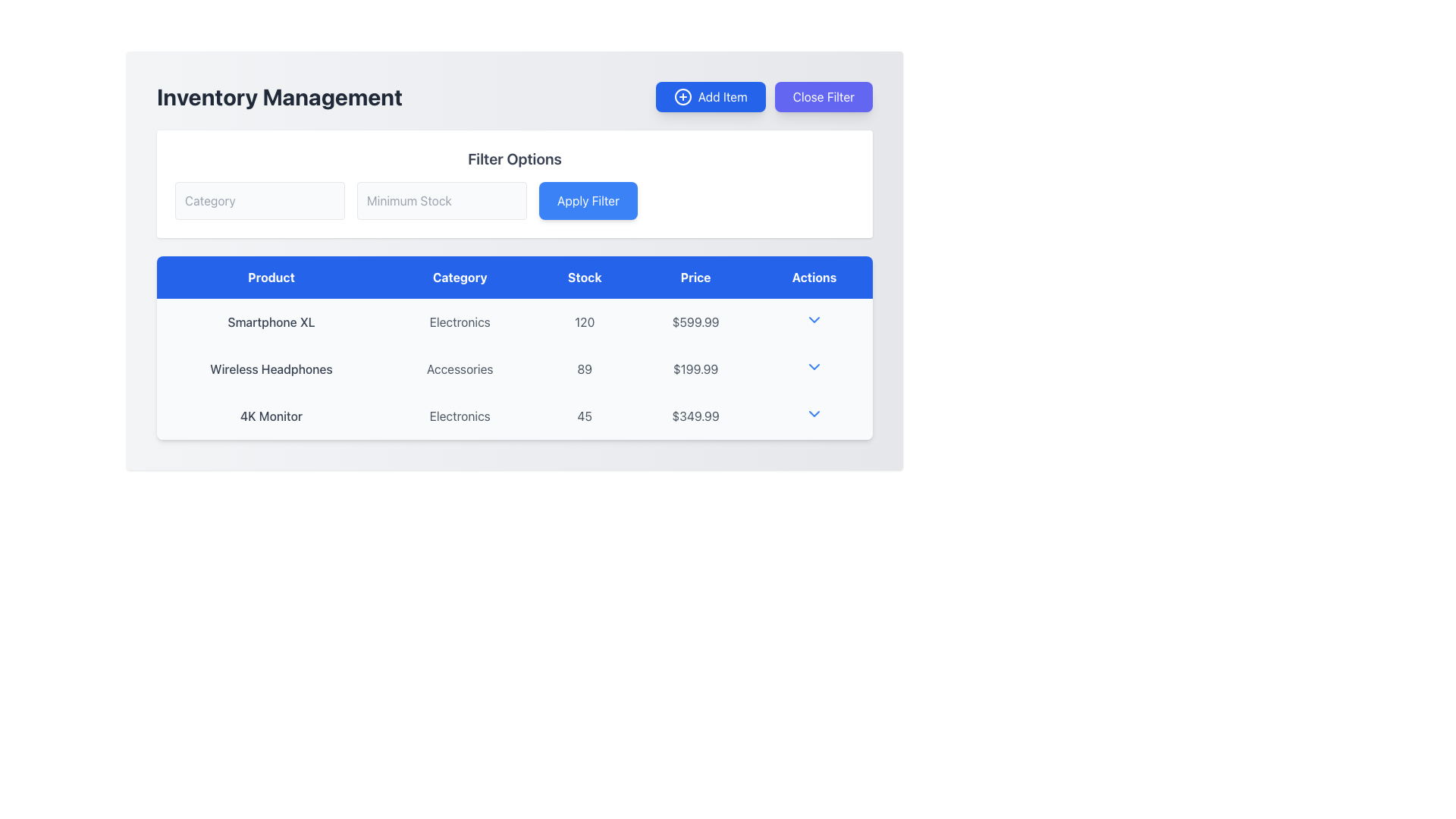 This screenshot has width=1456, height=819. What do you see at coordinates (271, 416) in the screenshot?
I see `the text label displaying '4K Monitor' in the third row of the product table` at bounding box center [271, 416].